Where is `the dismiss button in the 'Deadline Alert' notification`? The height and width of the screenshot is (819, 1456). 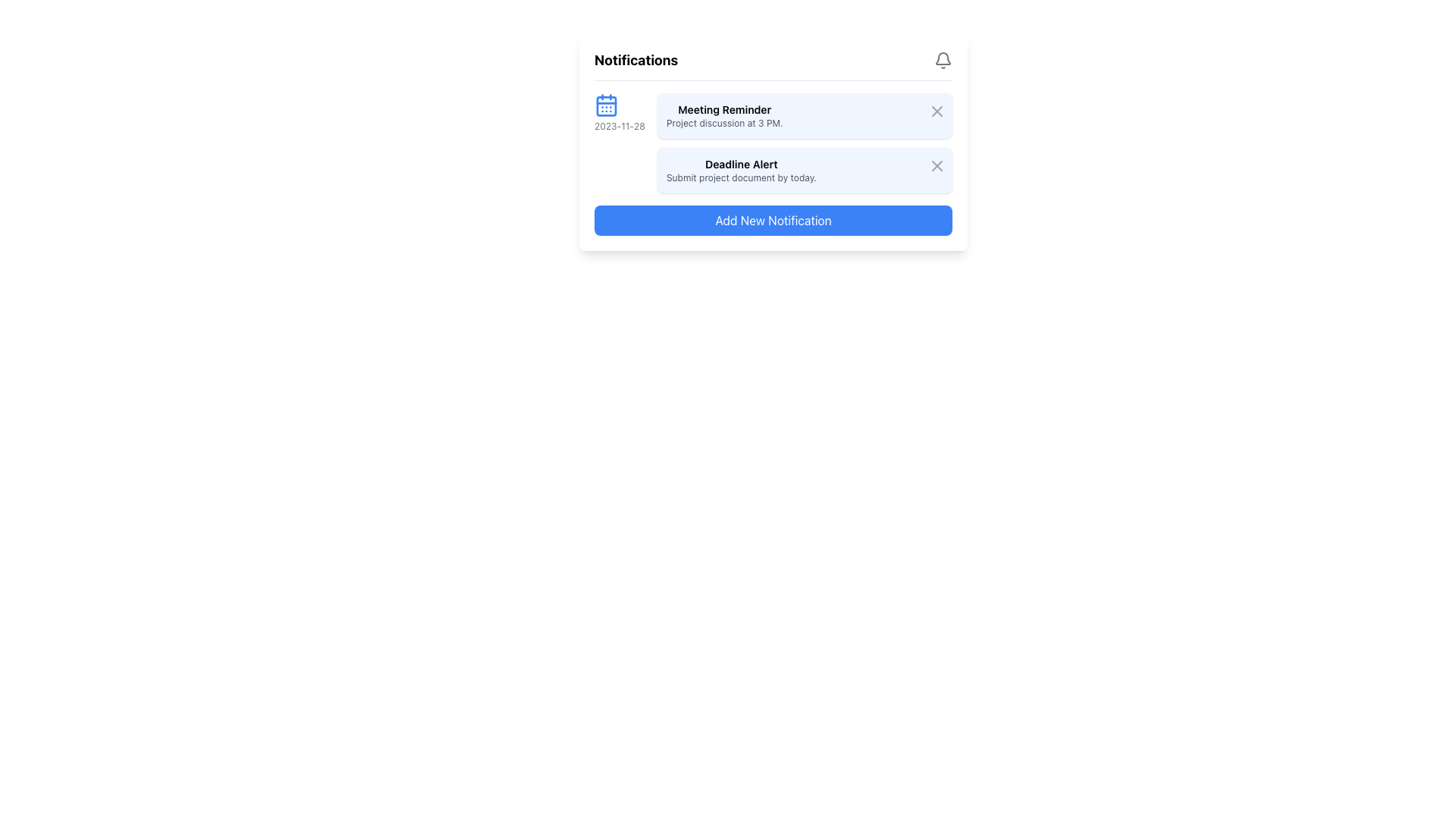 the dismiss button in the 'Deadline Alert' notification is located at coordinates (937, 166).